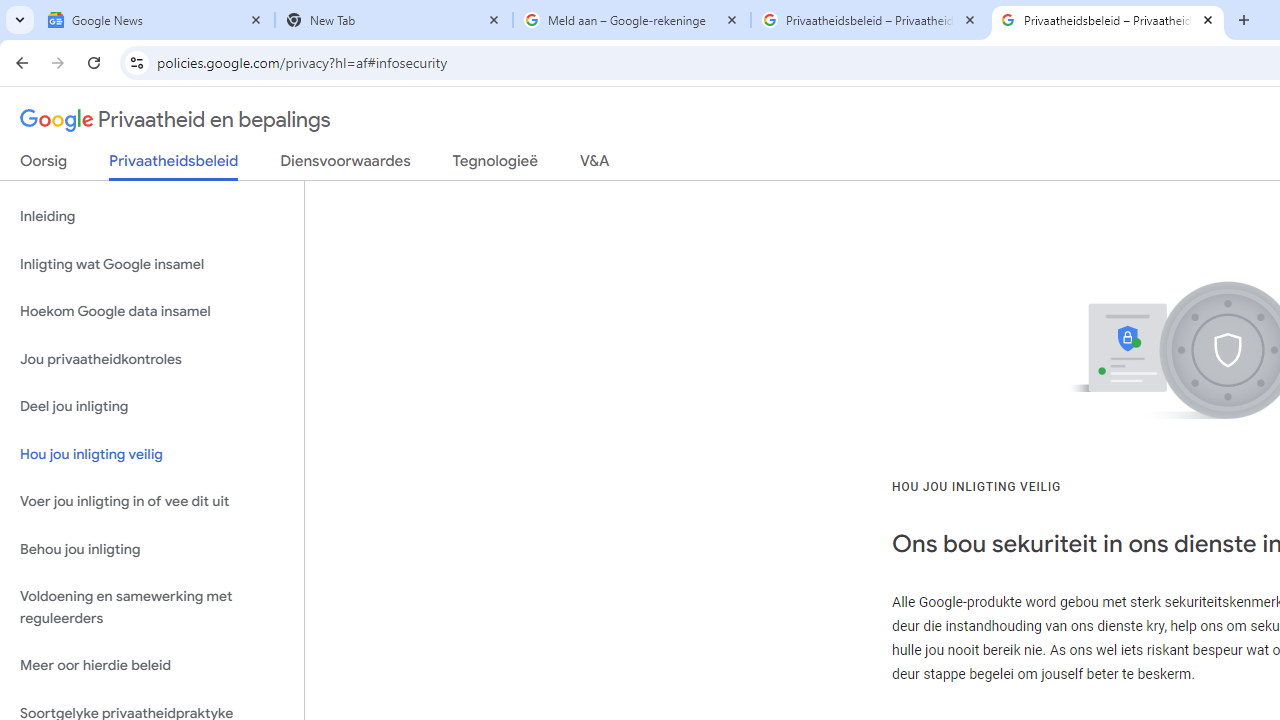  What do you see at coordinates (593, 164) in the screenshot?
I see `'V&A'` at bounding box center [593, 164].